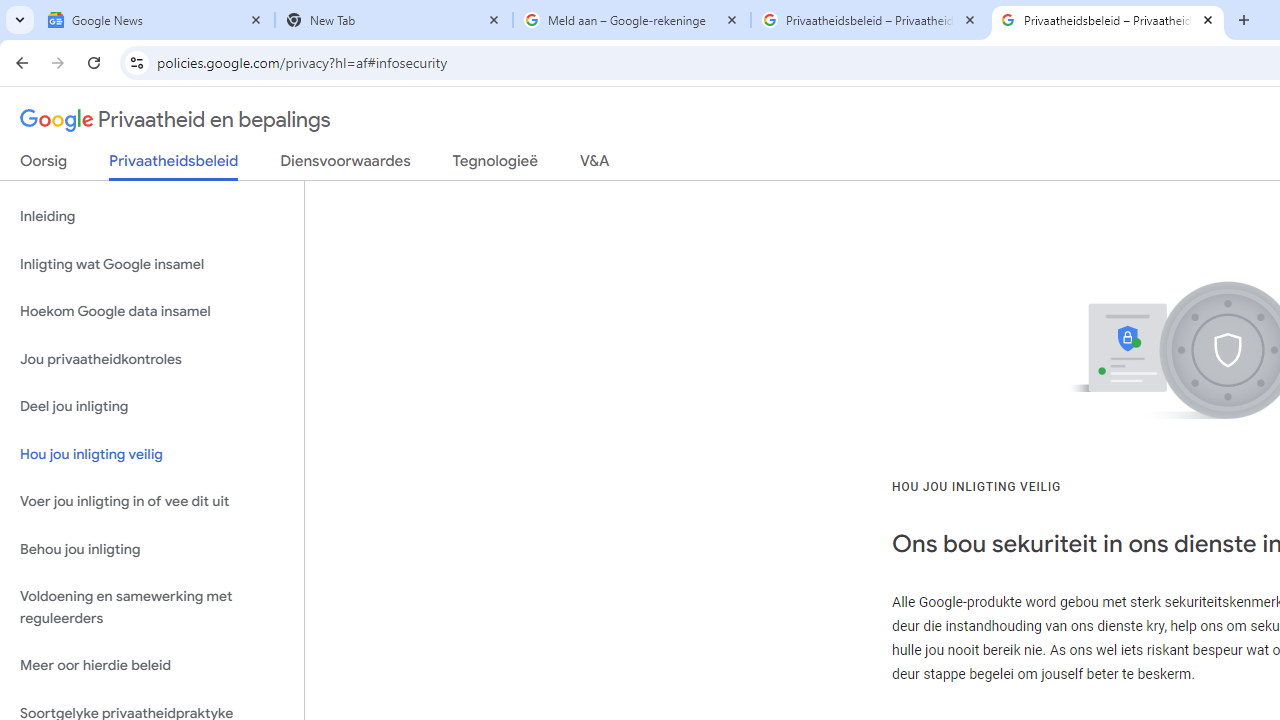  What do you see at coordinates (593, 164) in the screenshot?
I see `'V&A'` at bounding box center [593, 164].